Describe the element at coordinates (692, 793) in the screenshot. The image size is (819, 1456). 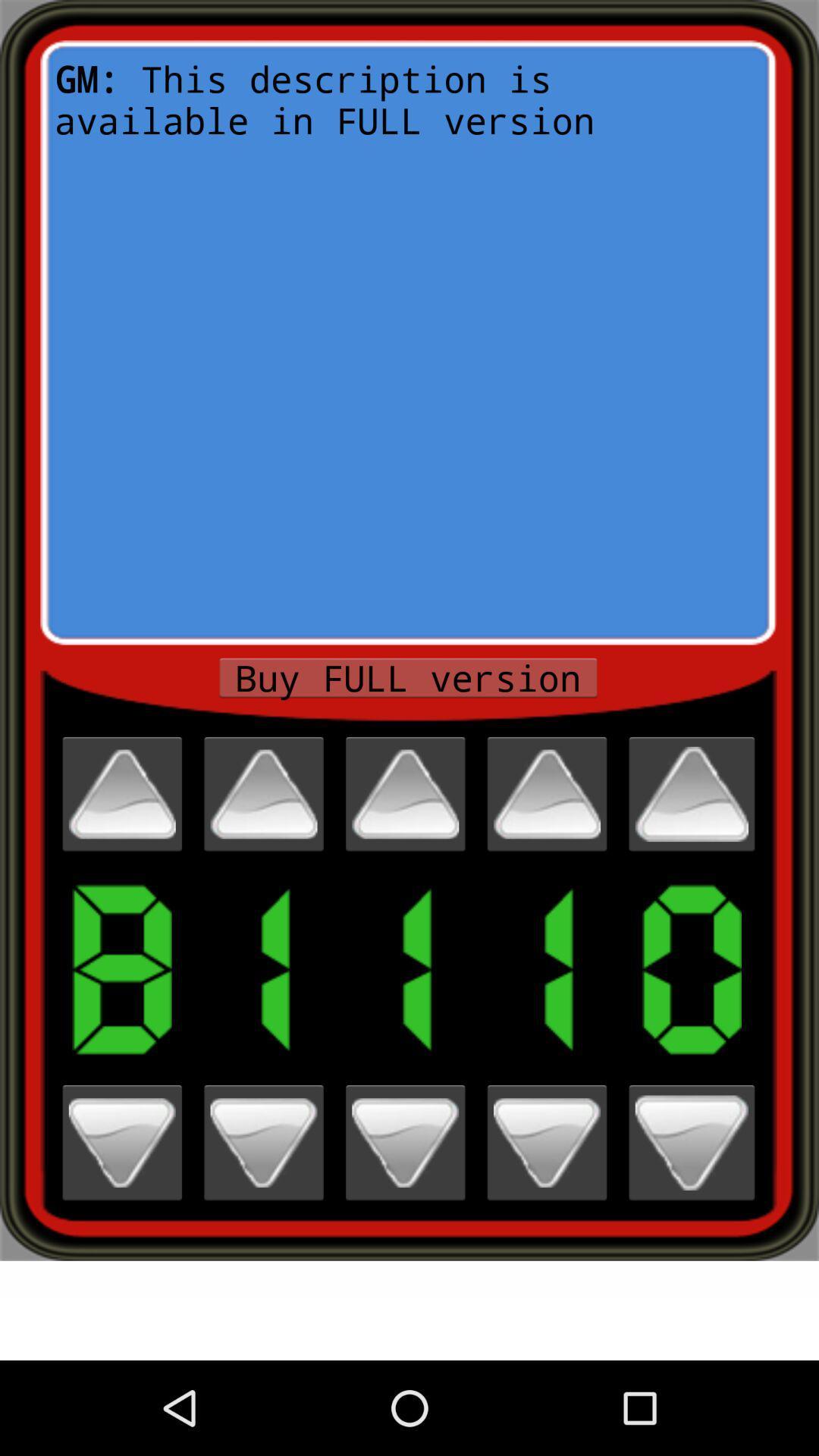
I see `shows up icon` at that location.